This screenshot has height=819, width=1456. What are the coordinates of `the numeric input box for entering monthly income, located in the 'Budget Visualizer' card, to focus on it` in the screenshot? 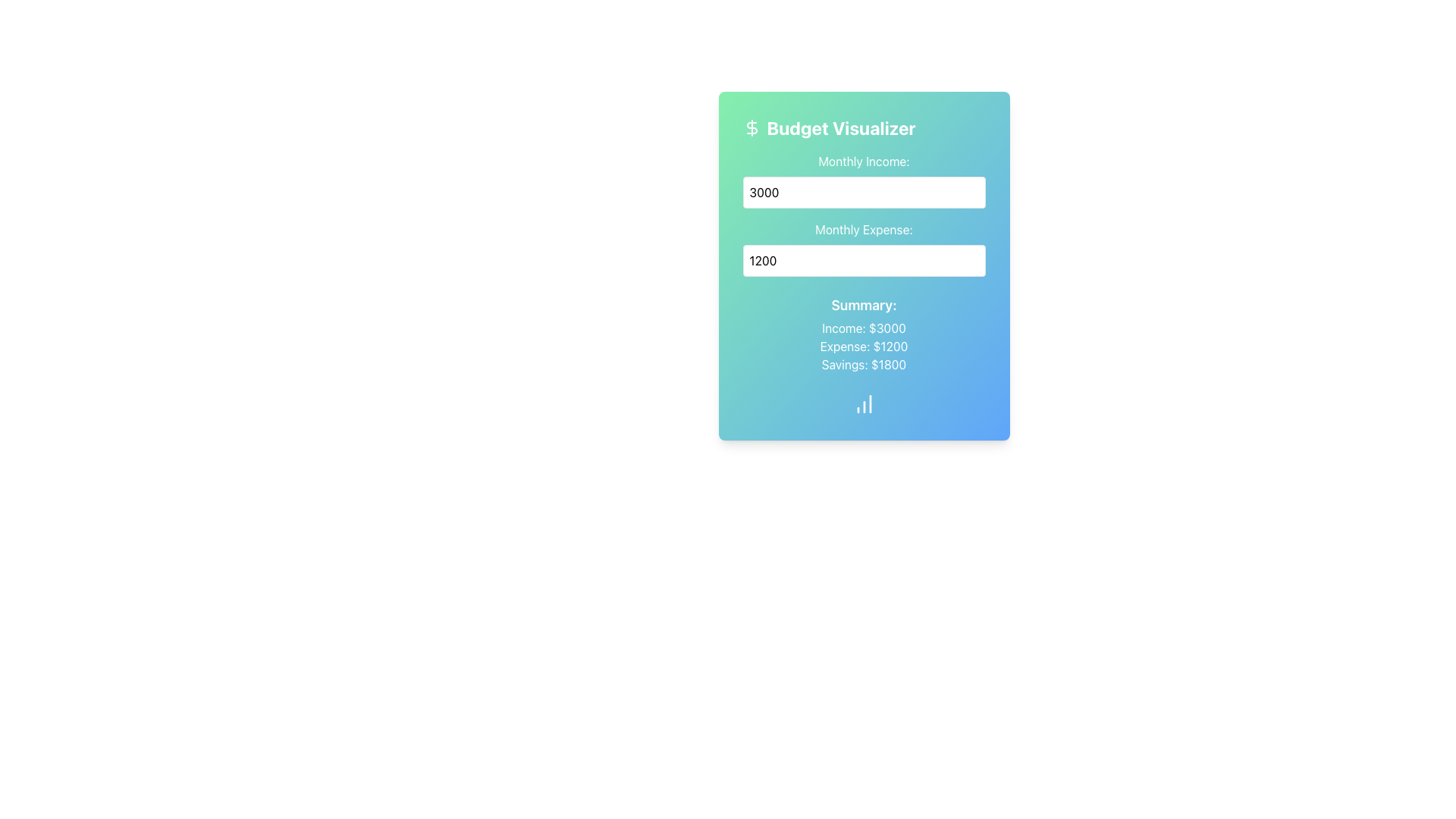 It's located at (864, 180).